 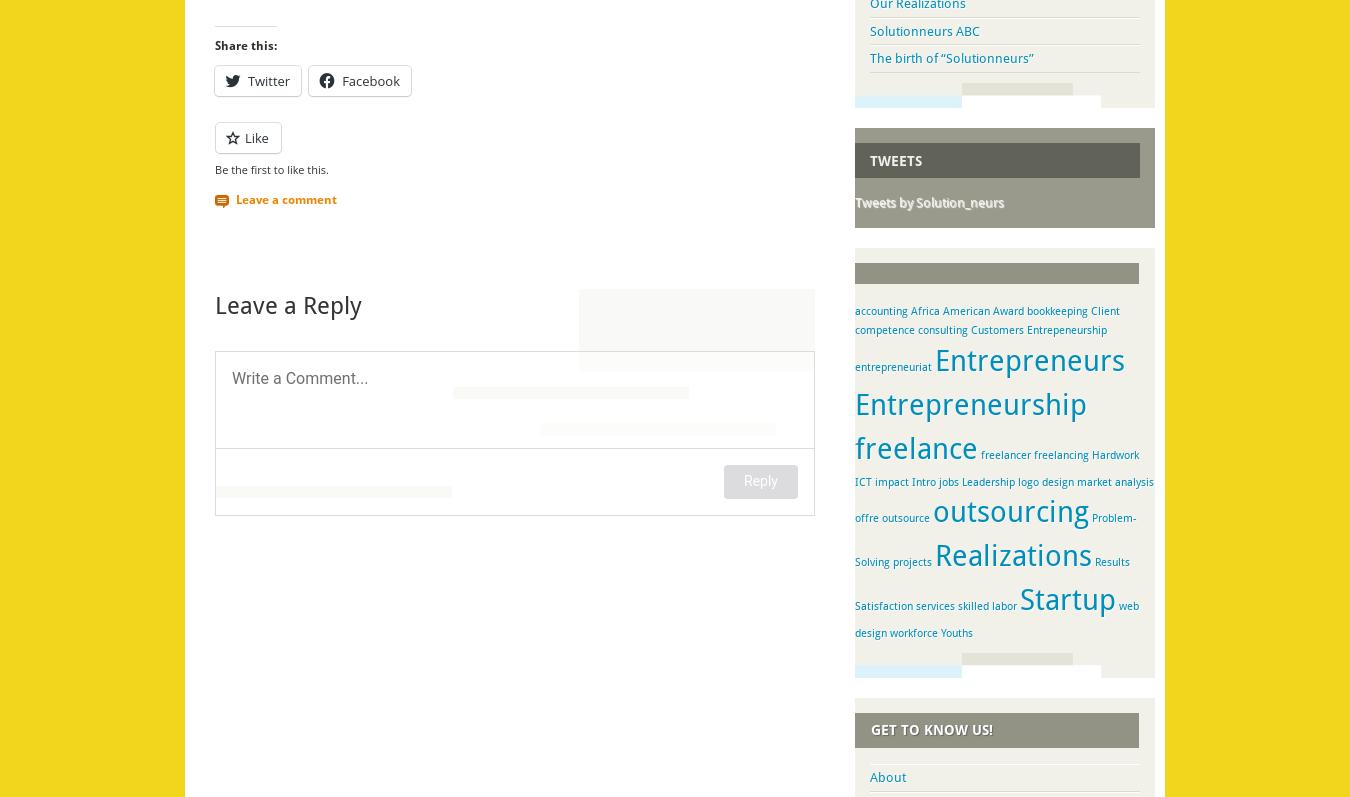 I want to click on 'entrepreneuriat', so click(x=893, y=366).